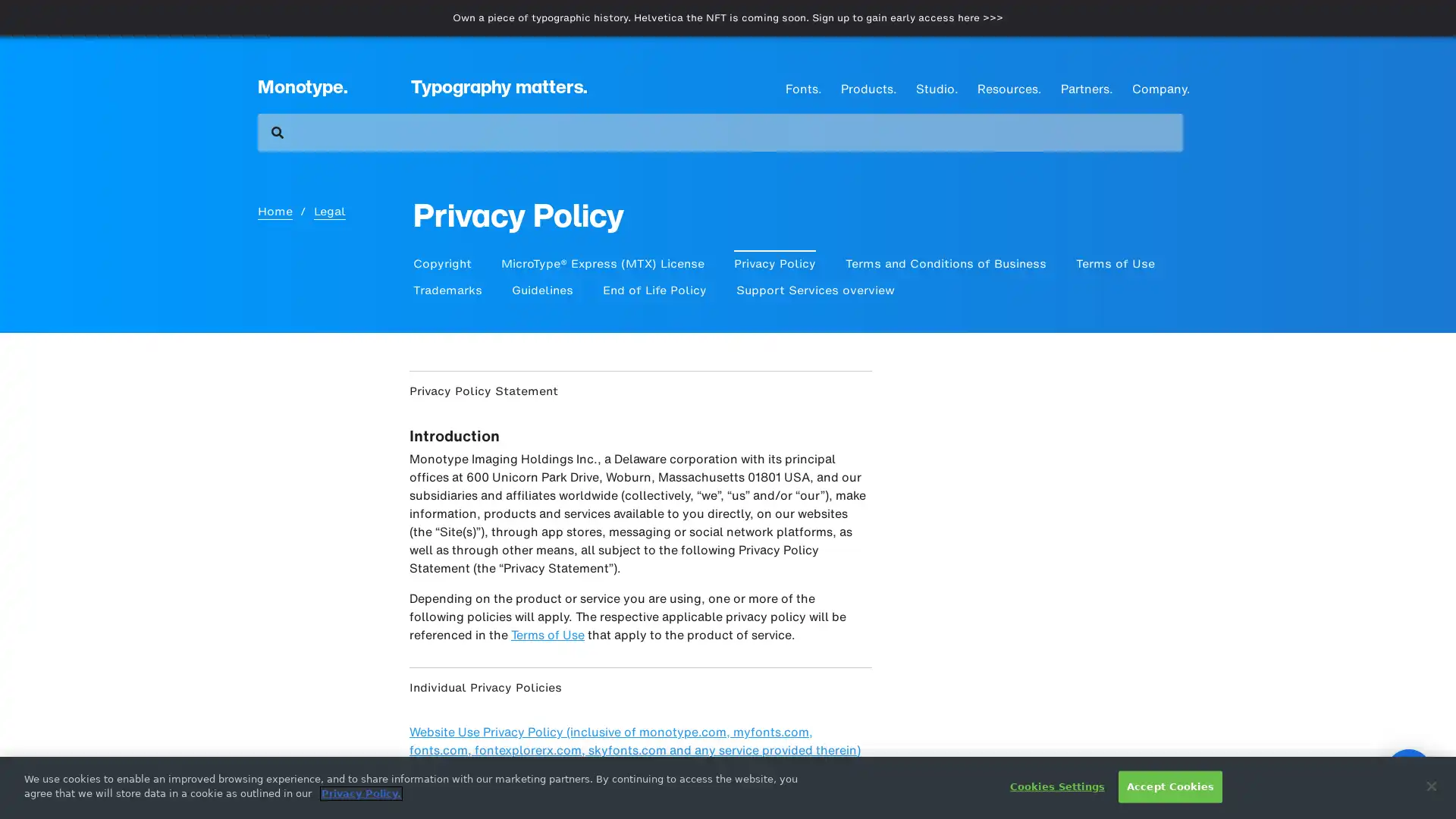 The height and width of the screenshot is (819, 1456). What do you see at coordinates (1407, 772) in the screenshot?
I see `Open Intercom Messenger` at bounding box center [1407, 772].